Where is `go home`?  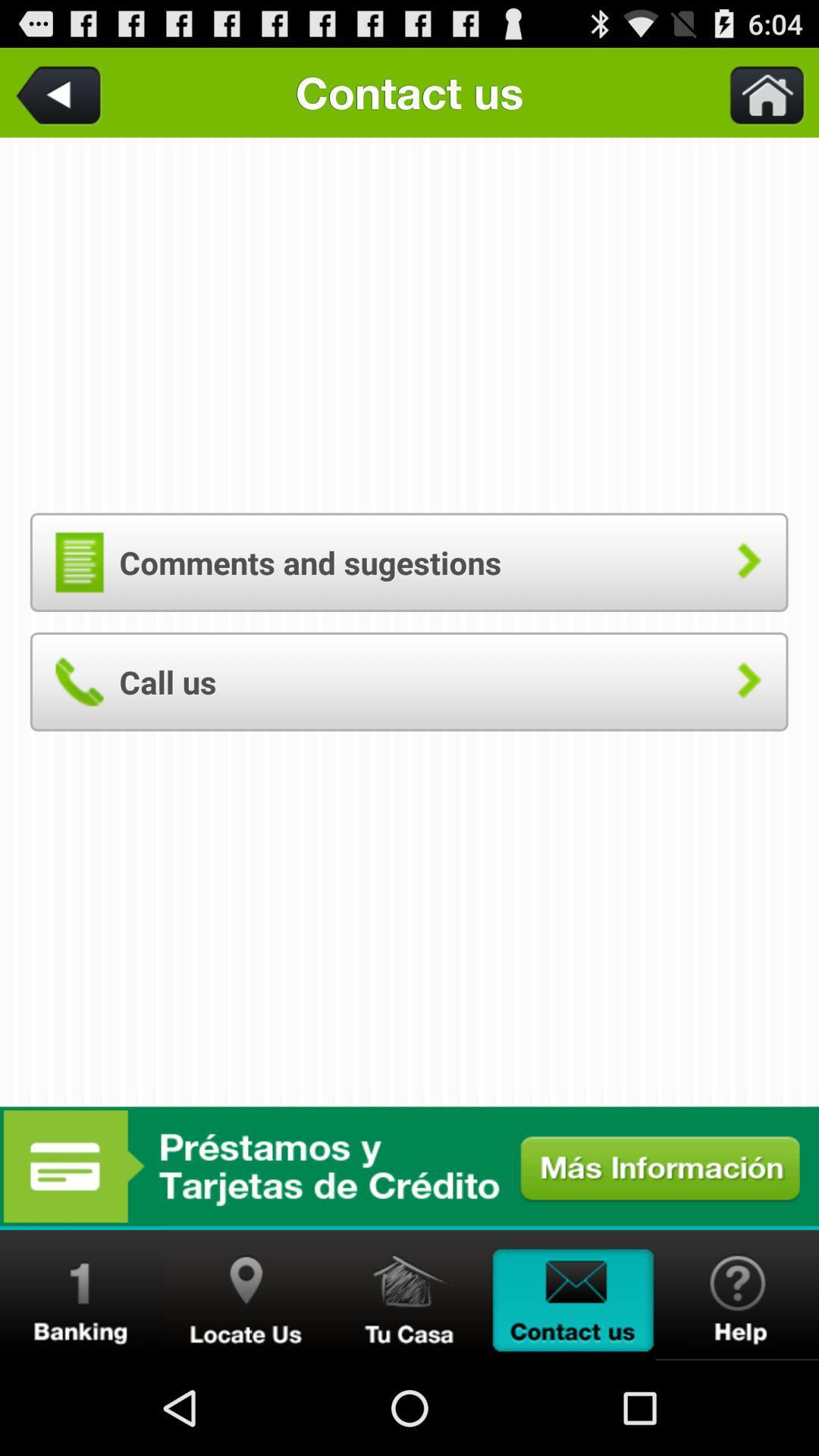 go home is located at coordinates (758, 92).